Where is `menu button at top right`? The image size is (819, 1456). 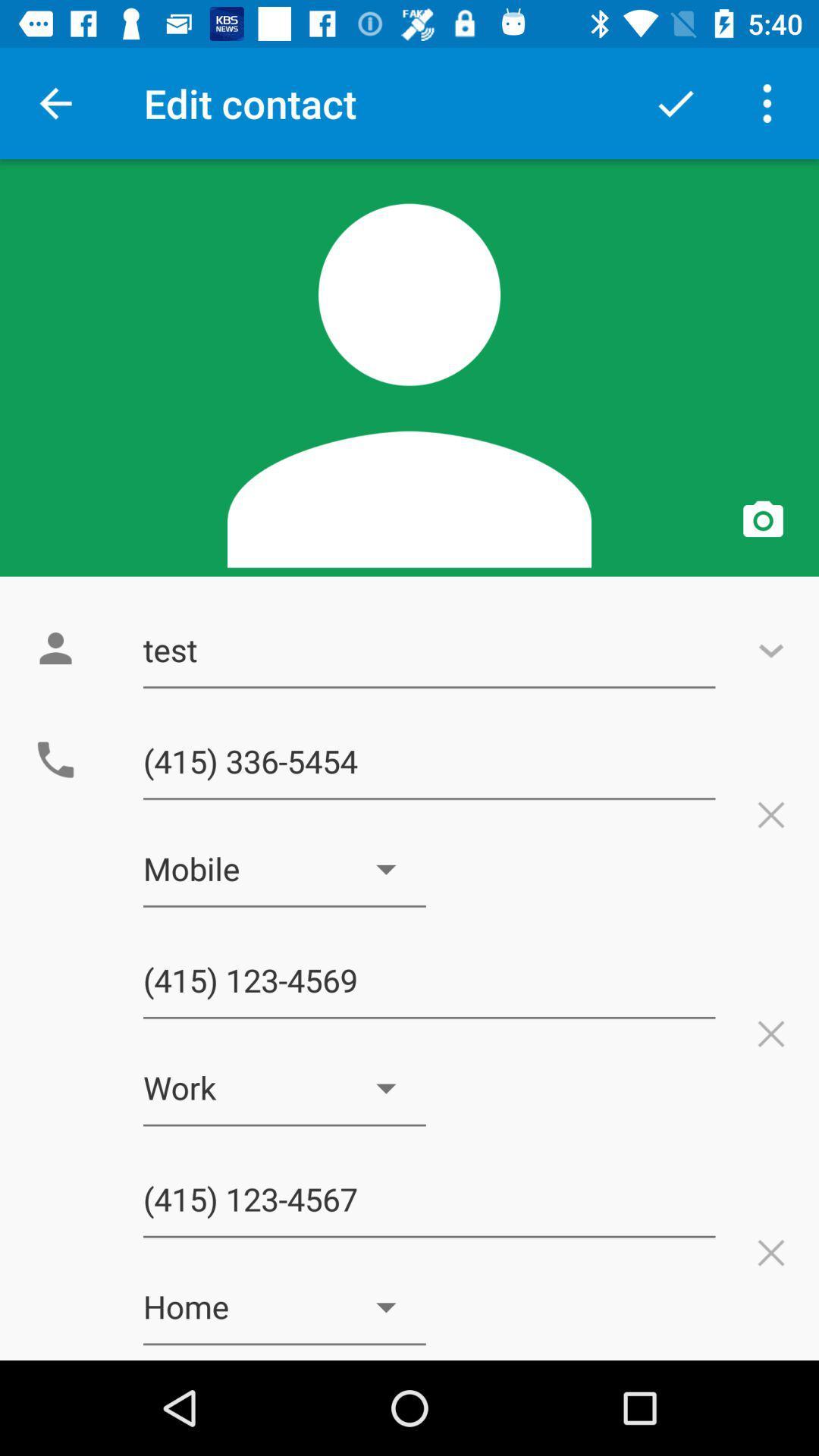 menu button at top right is located at coordinates (771, 103).